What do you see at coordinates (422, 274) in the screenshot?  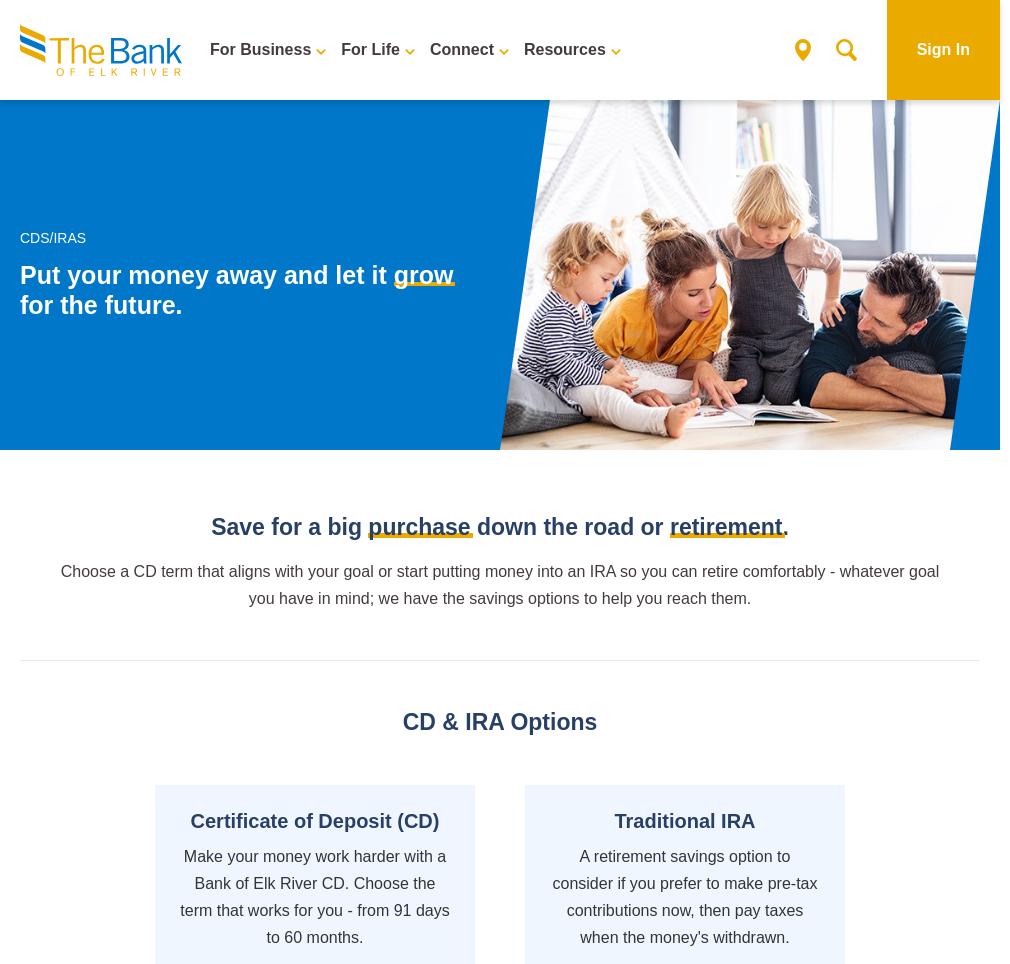 I see `'grow'` at bounding box center [422, 274].